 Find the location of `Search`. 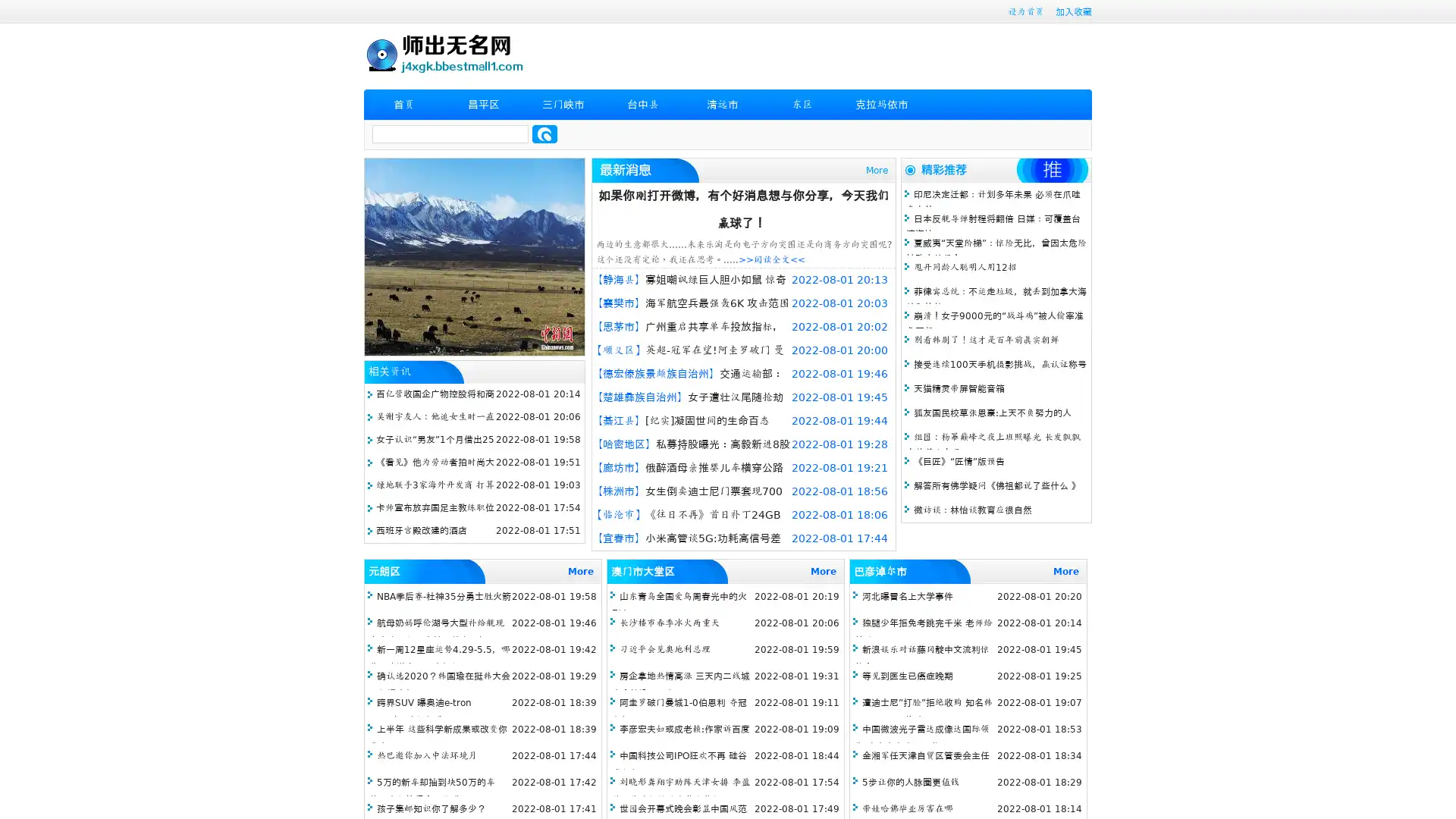

Search is located at coordinates (544, 133).